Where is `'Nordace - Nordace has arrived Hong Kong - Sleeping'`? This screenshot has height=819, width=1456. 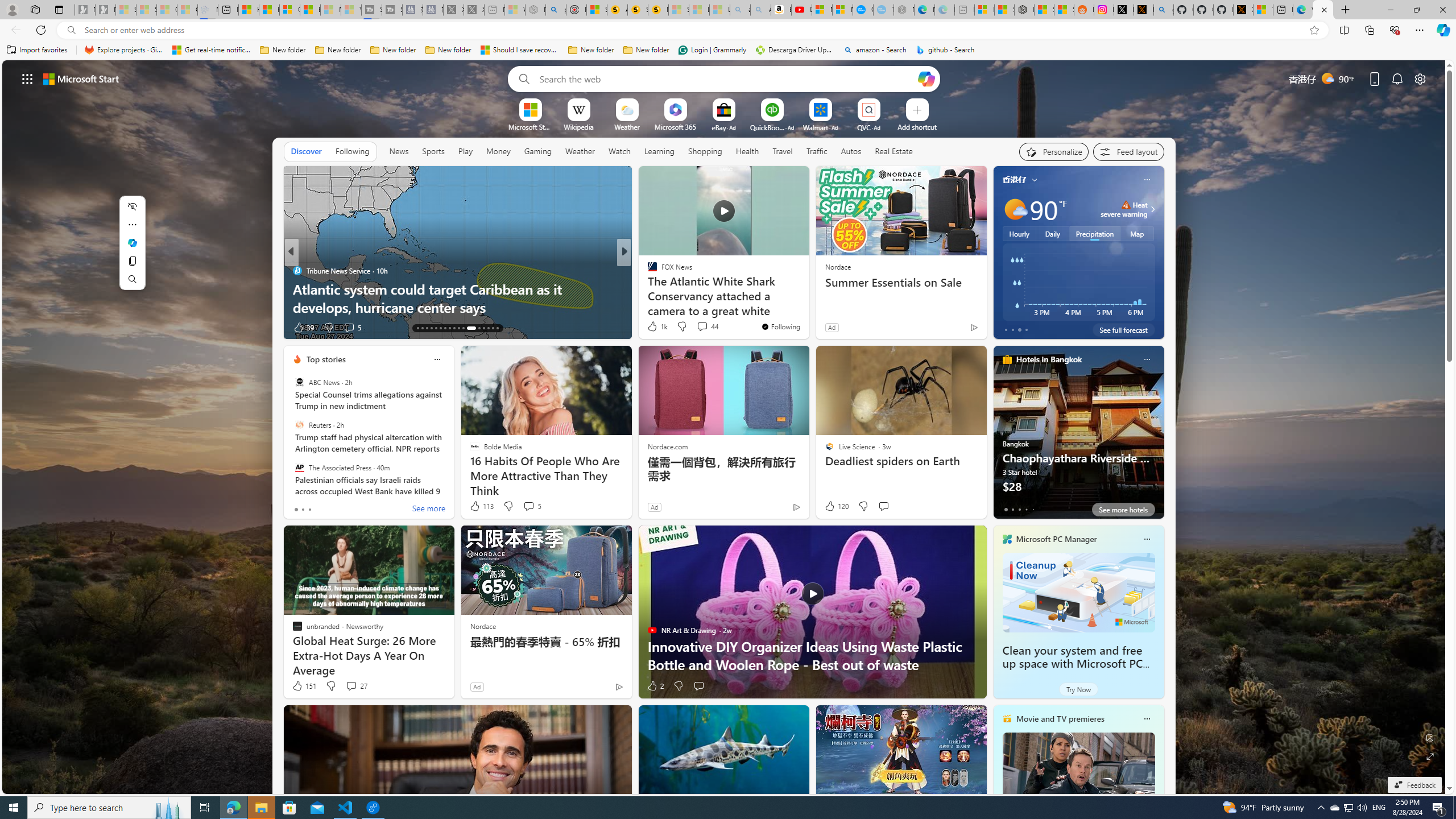
'Nordace - Nordace has arrived Hong Kong - Sleeping' is located at coordinates (904, 9).